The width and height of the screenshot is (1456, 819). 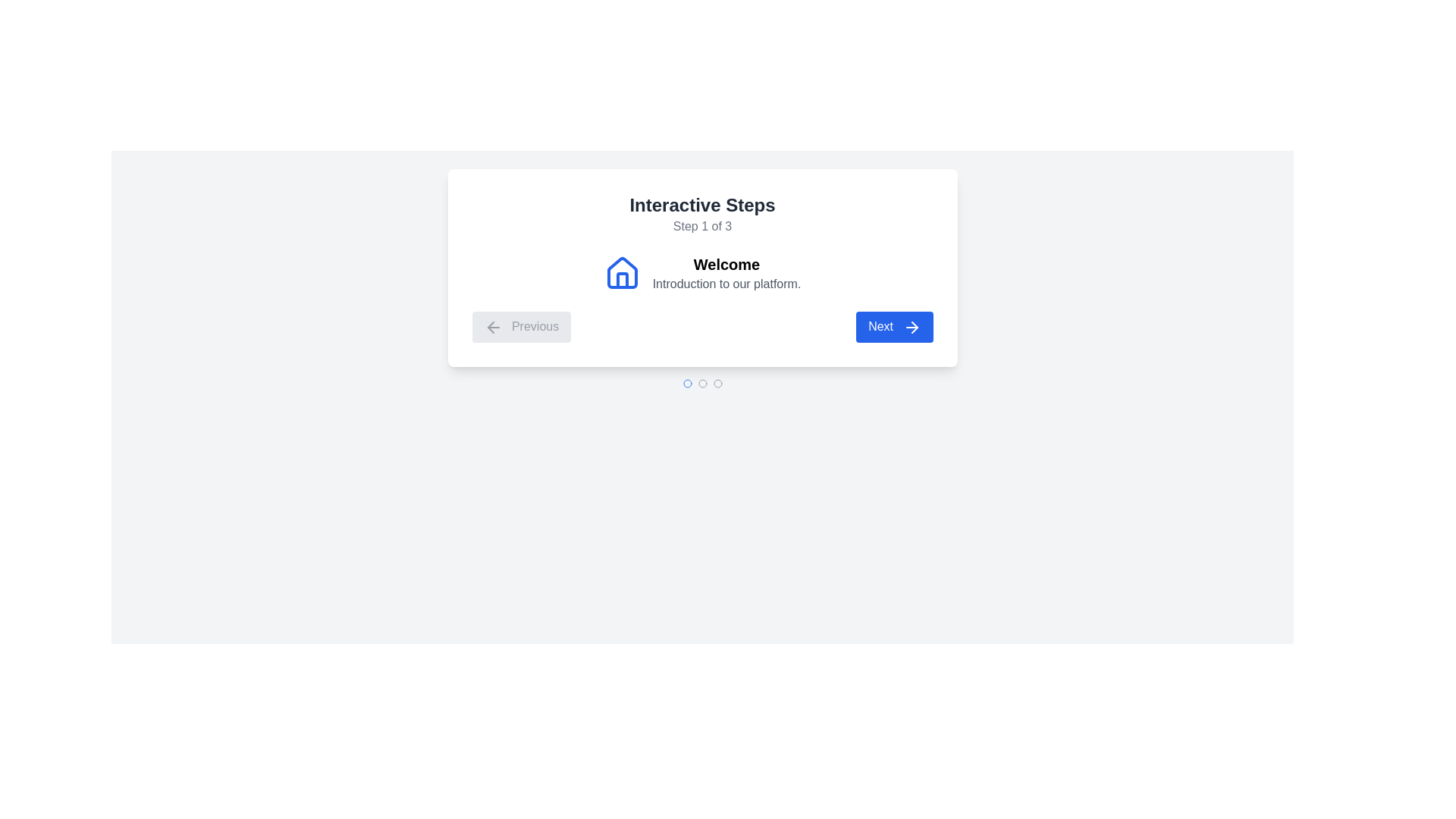 I want to click on the home icon located on the left side of the horizontally-centered panel, positioned above the text 'Welcome', so click(x=622, y=274).